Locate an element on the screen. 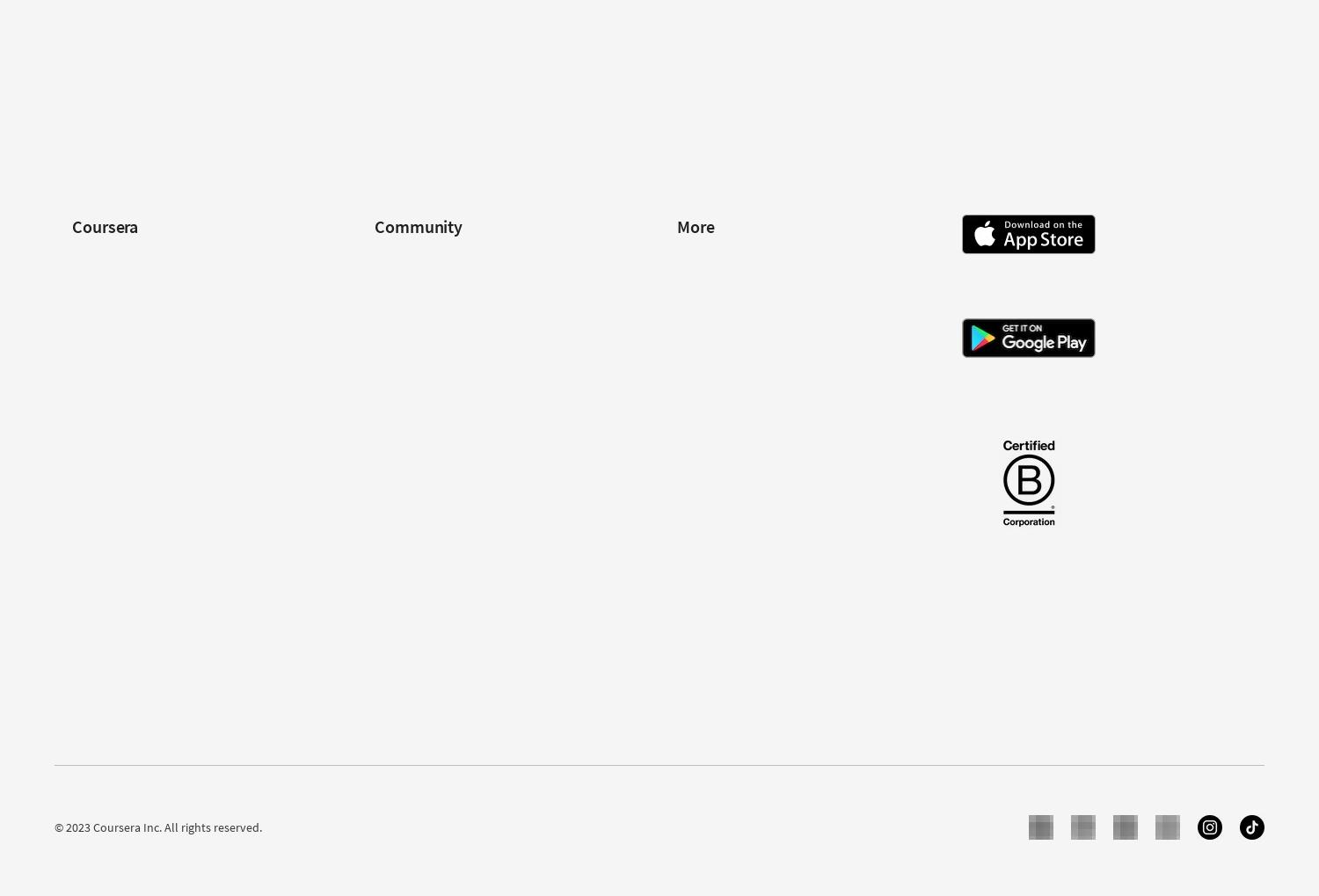 The width and height of the screenshot is (1319, 896). 'All Courses' is located at coordinates (100, 680).